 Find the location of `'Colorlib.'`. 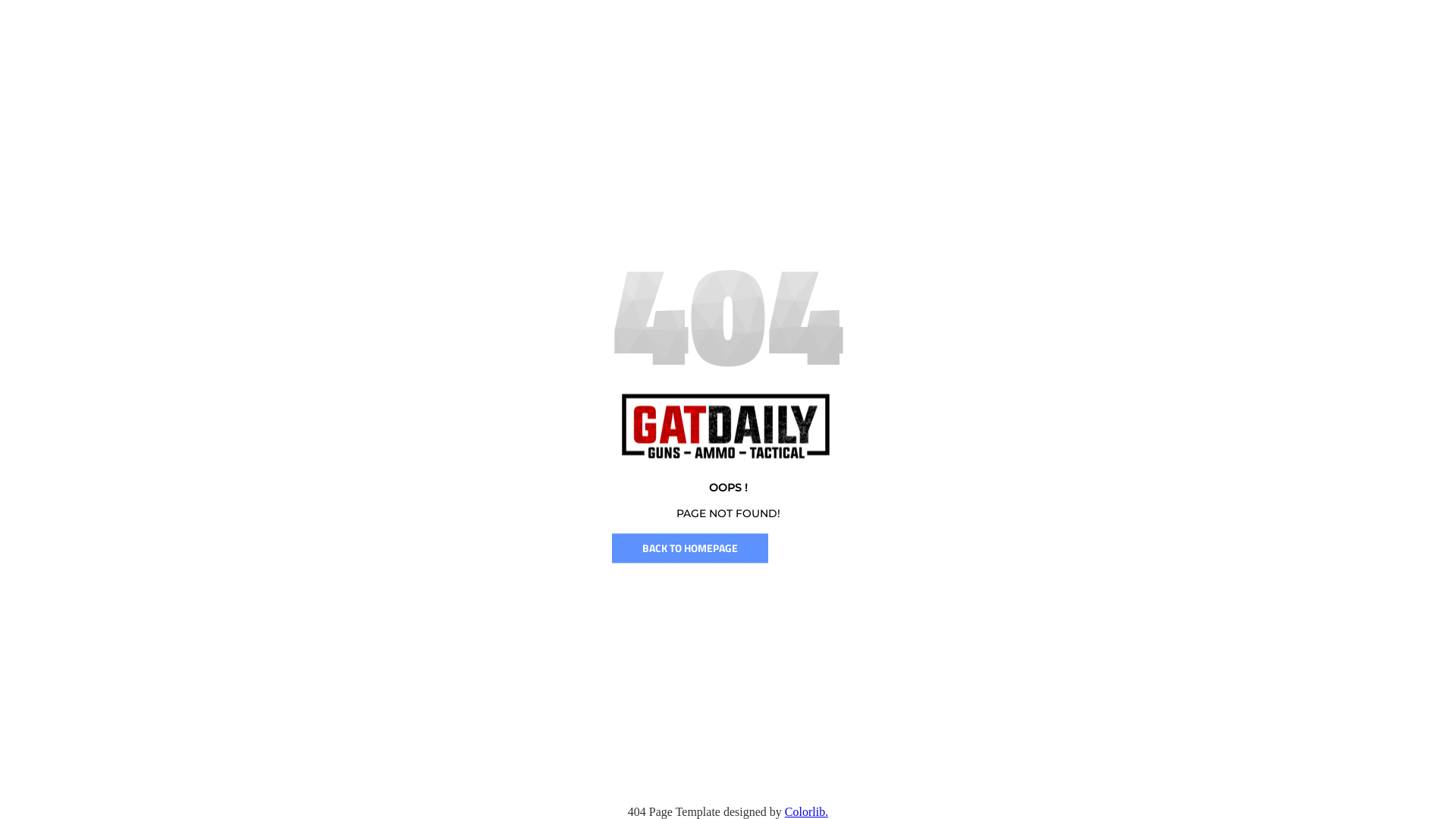

'Colorlib.' is located at coordinates (785, 811).